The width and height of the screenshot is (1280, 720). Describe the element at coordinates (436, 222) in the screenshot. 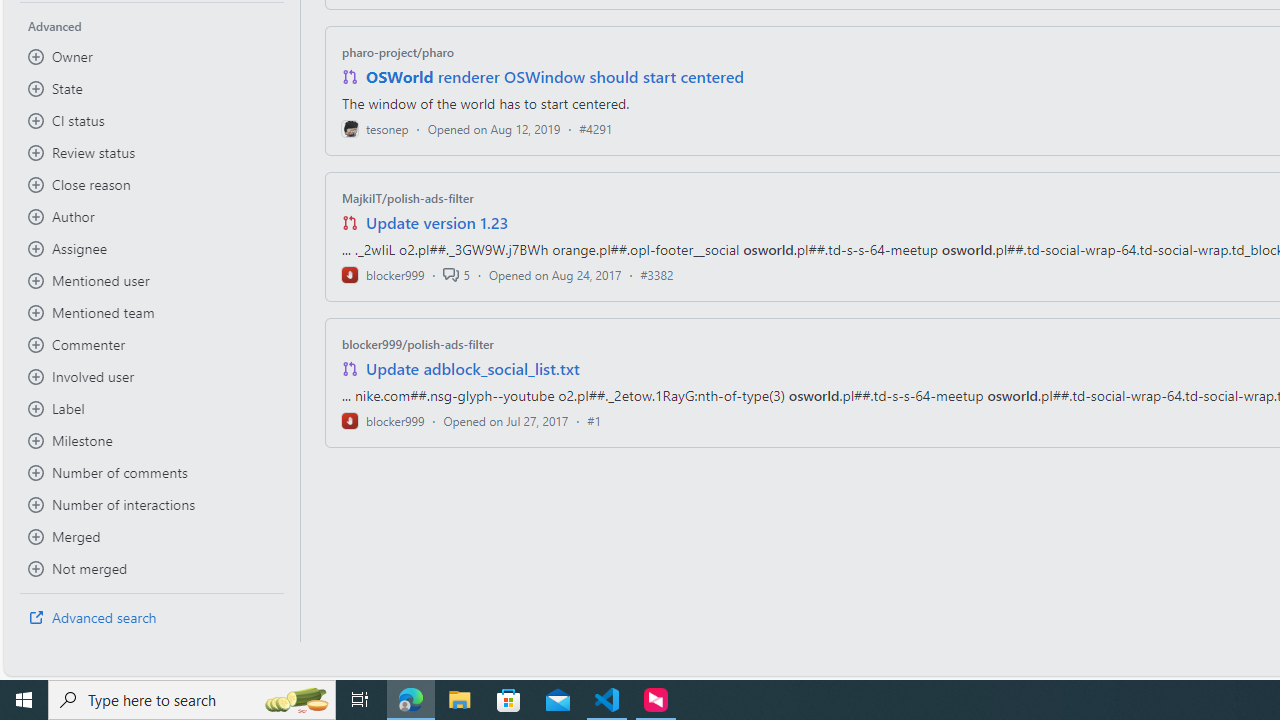

I see `'Update version 1.23'` at that location.